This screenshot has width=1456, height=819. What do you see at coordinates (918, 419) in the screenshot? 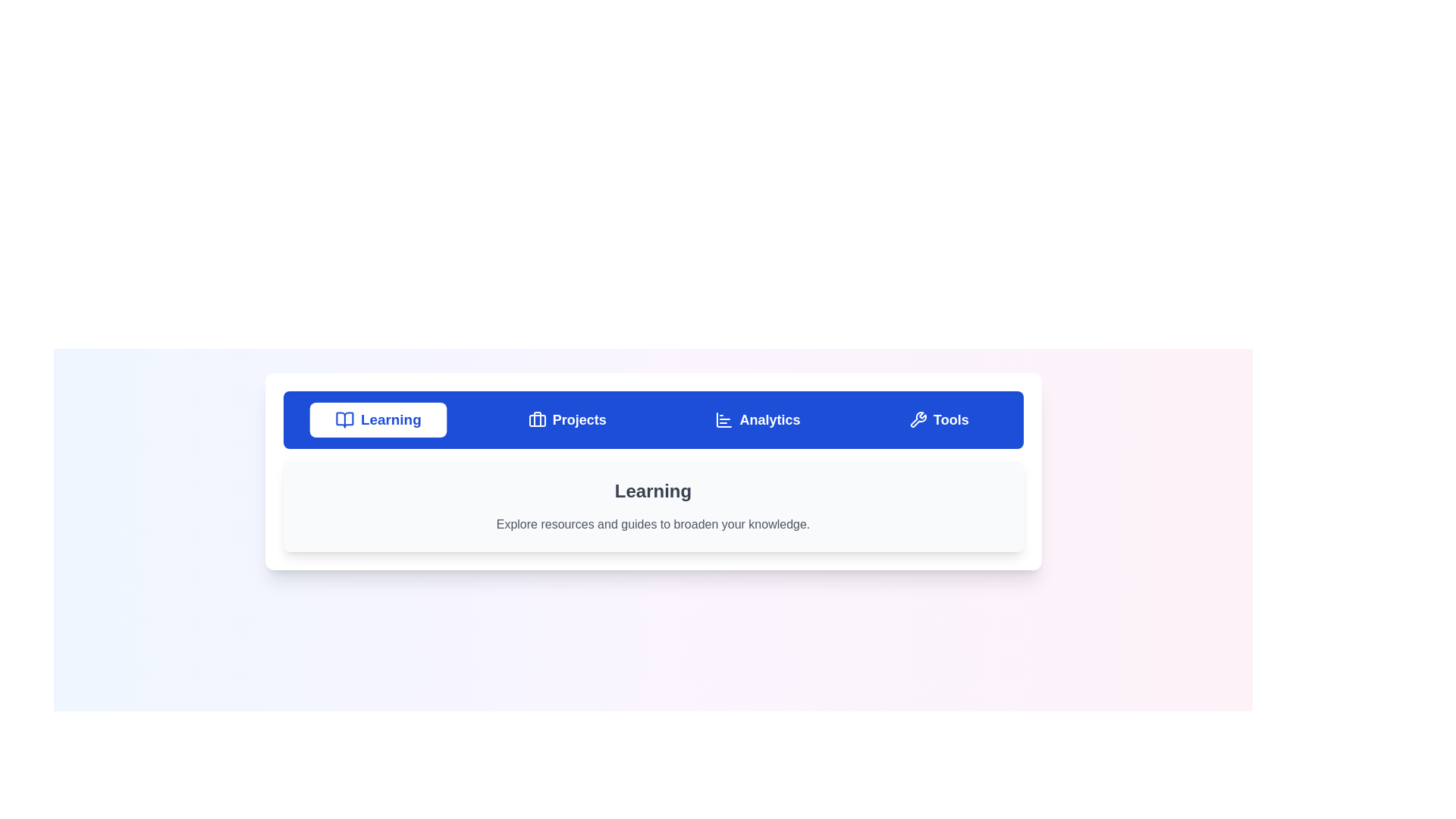
I see `the blue wrench icon located on the far-right side of the navigation bar in the Tools section` at bounding box center [918, 419].